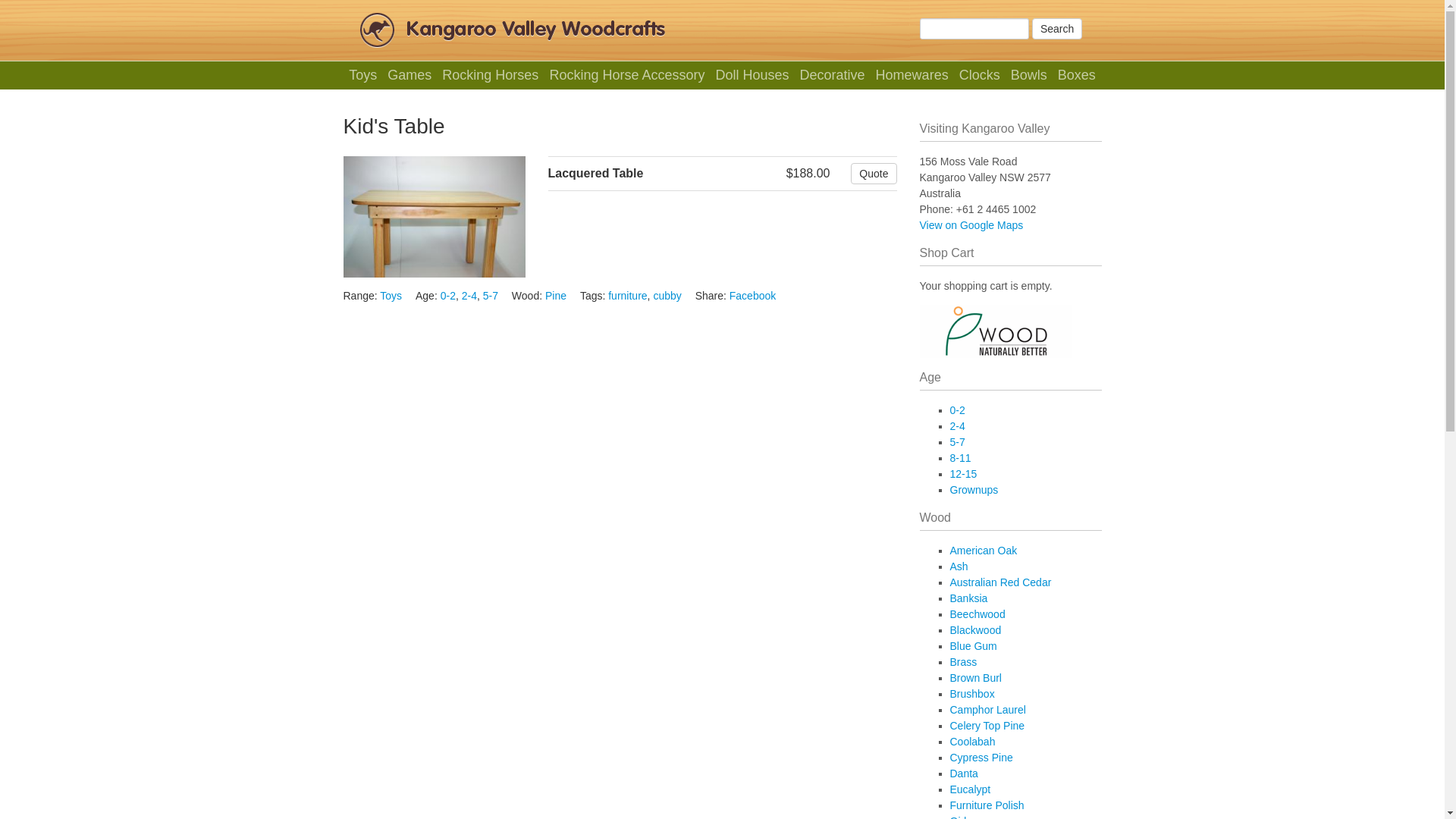 Image resolution: width=1456 pixels, height=819 pixels. What do you see at coordinates (345, 75) in the screenshot?
I see `'Toys'` at bounding box center [345, 75].